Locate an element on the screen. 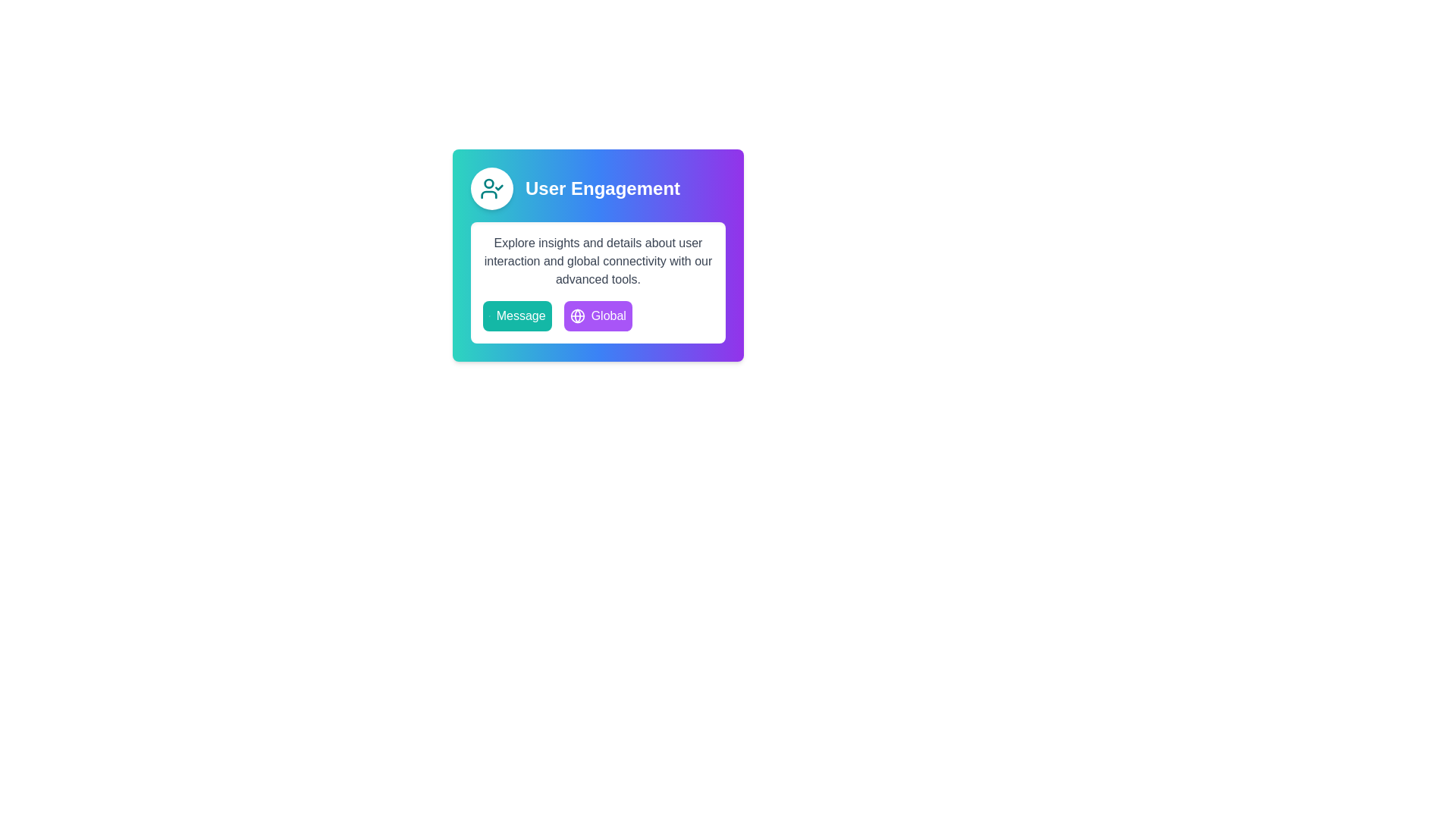 This screenshot has width=1456, height=819. the globe-like icon with a circular outline and longitudinal and latitudinal lines, which is positioned to the left of the text 'Global' in the Global button is located at coordinates (576, 315).